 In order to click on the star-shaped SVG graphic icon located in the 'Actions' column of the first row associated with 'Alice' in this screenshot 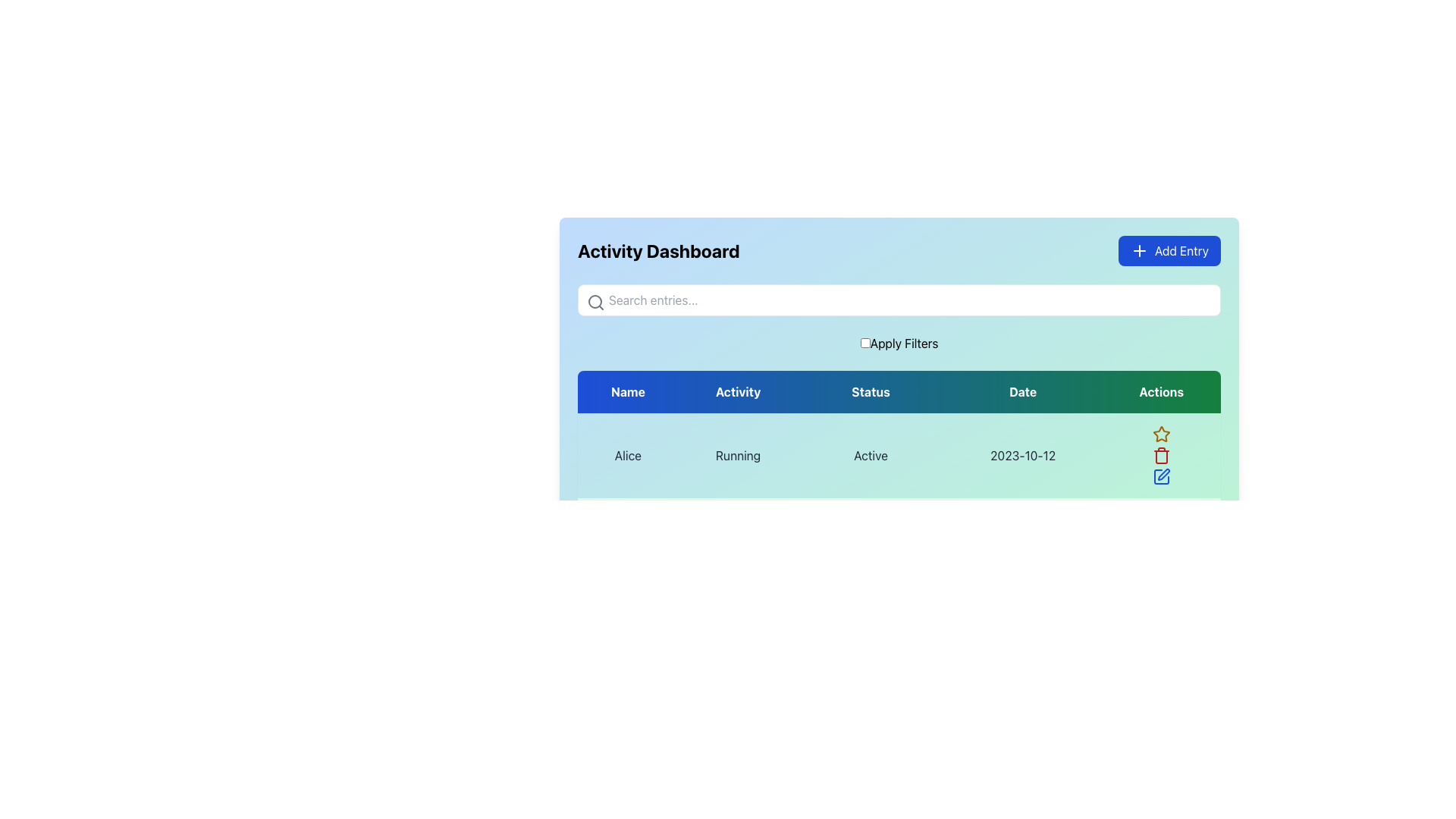, I will do `click(1160, 434)`.